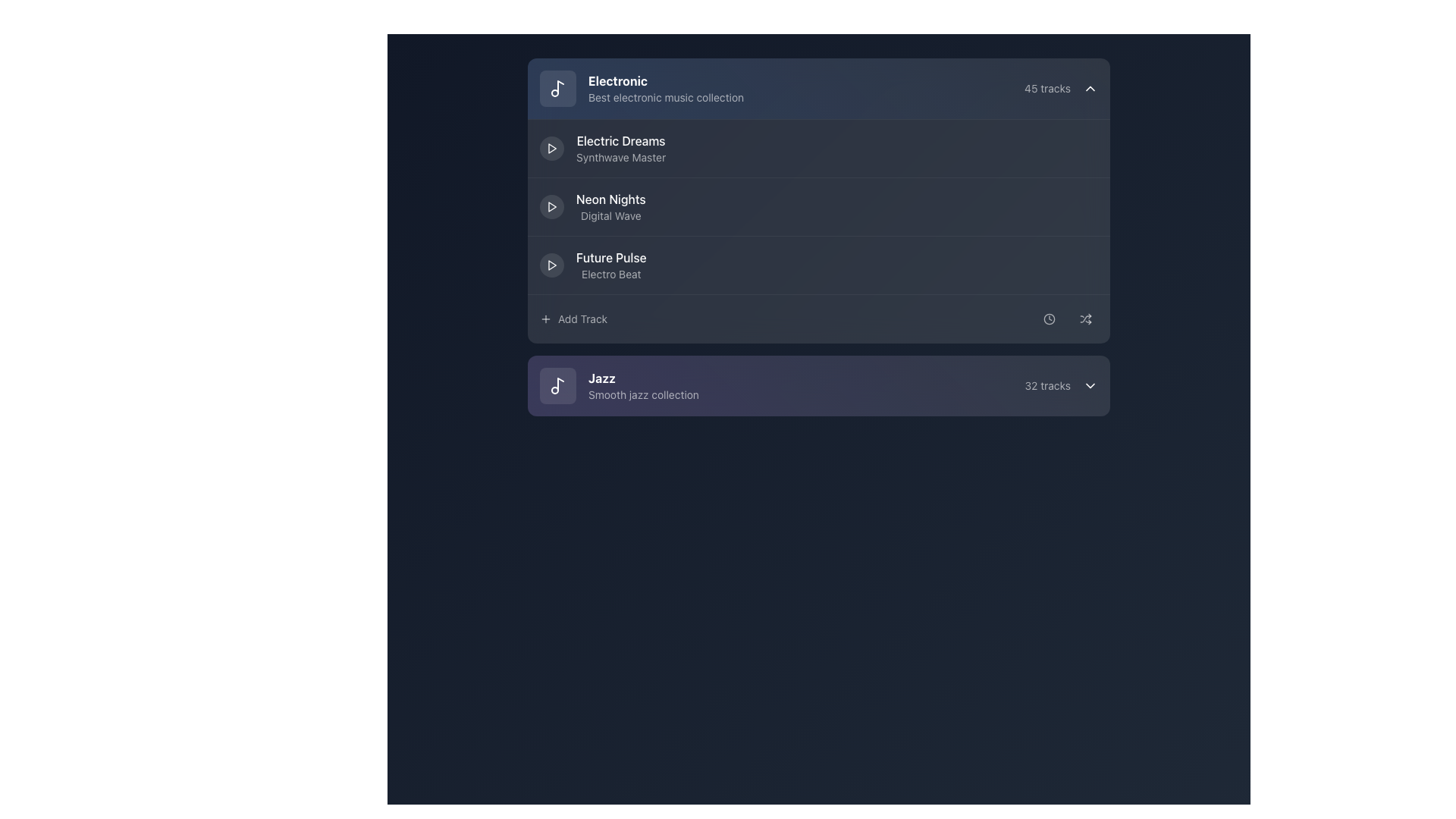  Describe the element at coordinates (1084, 265) in the screenshot. I see `the menu trigger button located in the upper-right corner of the 'Future Pulse' list item to observe its hover effect` at that location.